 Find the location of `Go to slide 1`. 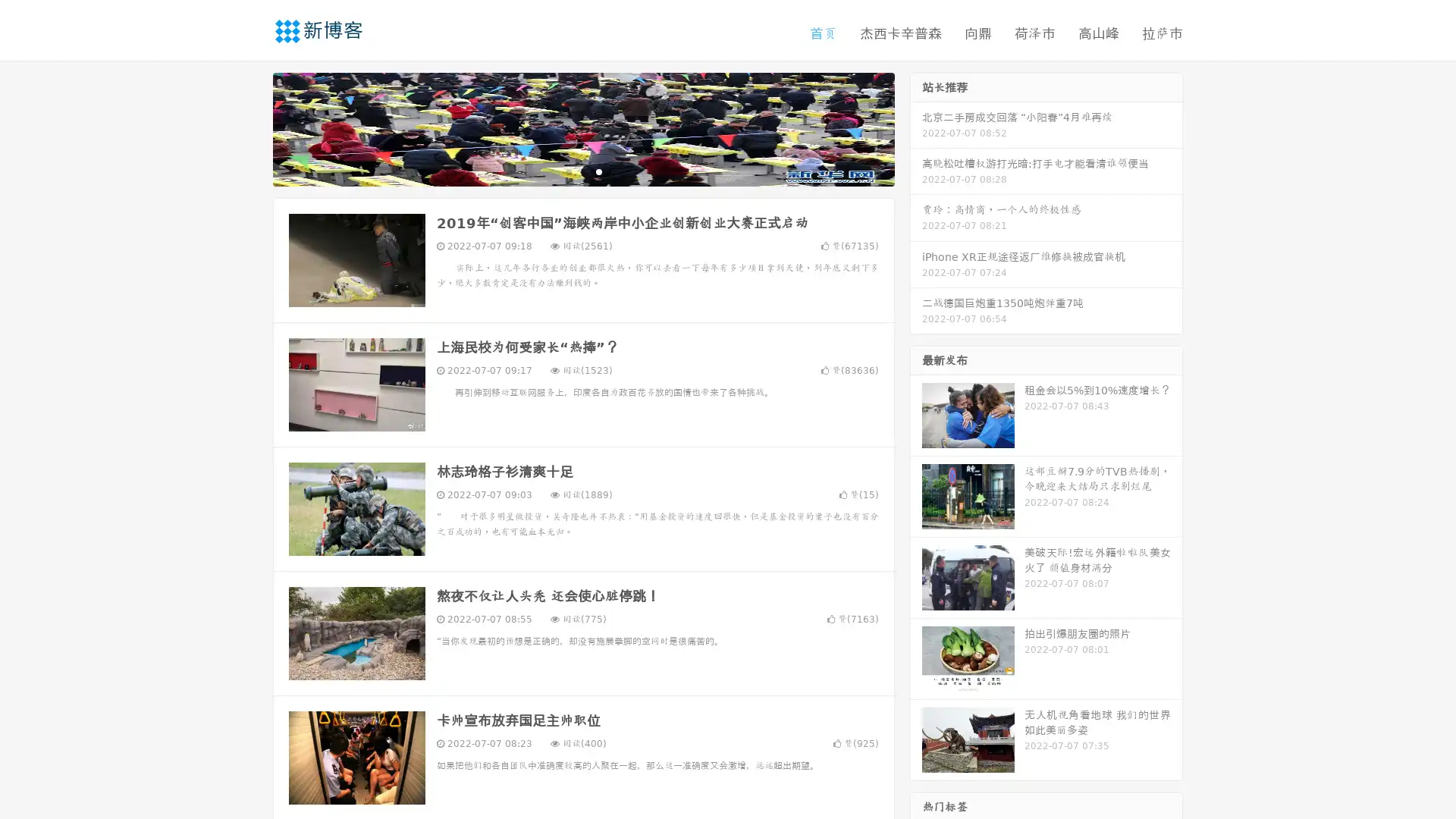

Go to slide 1 is located at coordinates (567, 171).